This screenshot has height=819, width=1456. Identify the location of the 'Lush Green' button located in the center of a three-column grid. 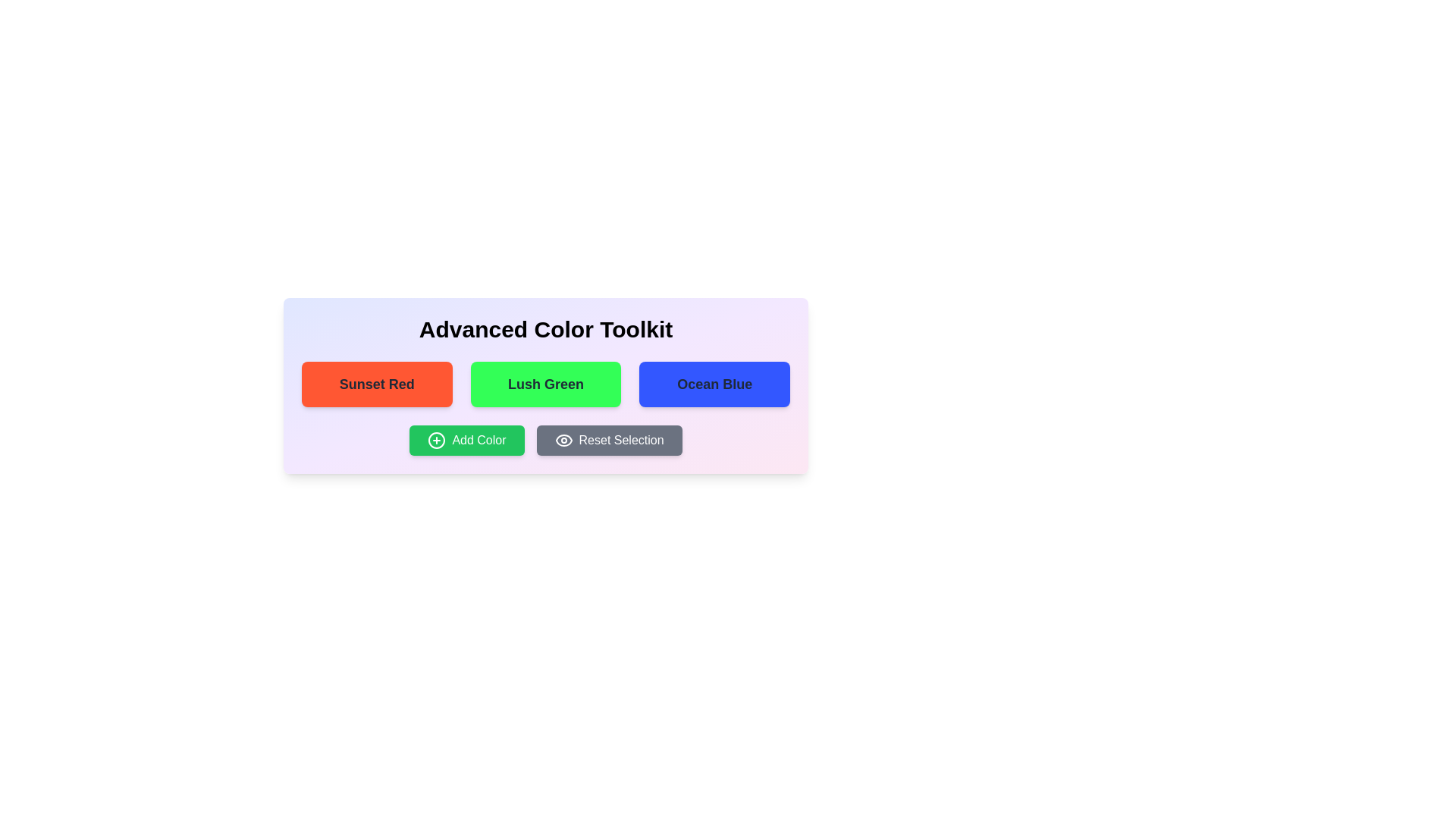
(546, 383).